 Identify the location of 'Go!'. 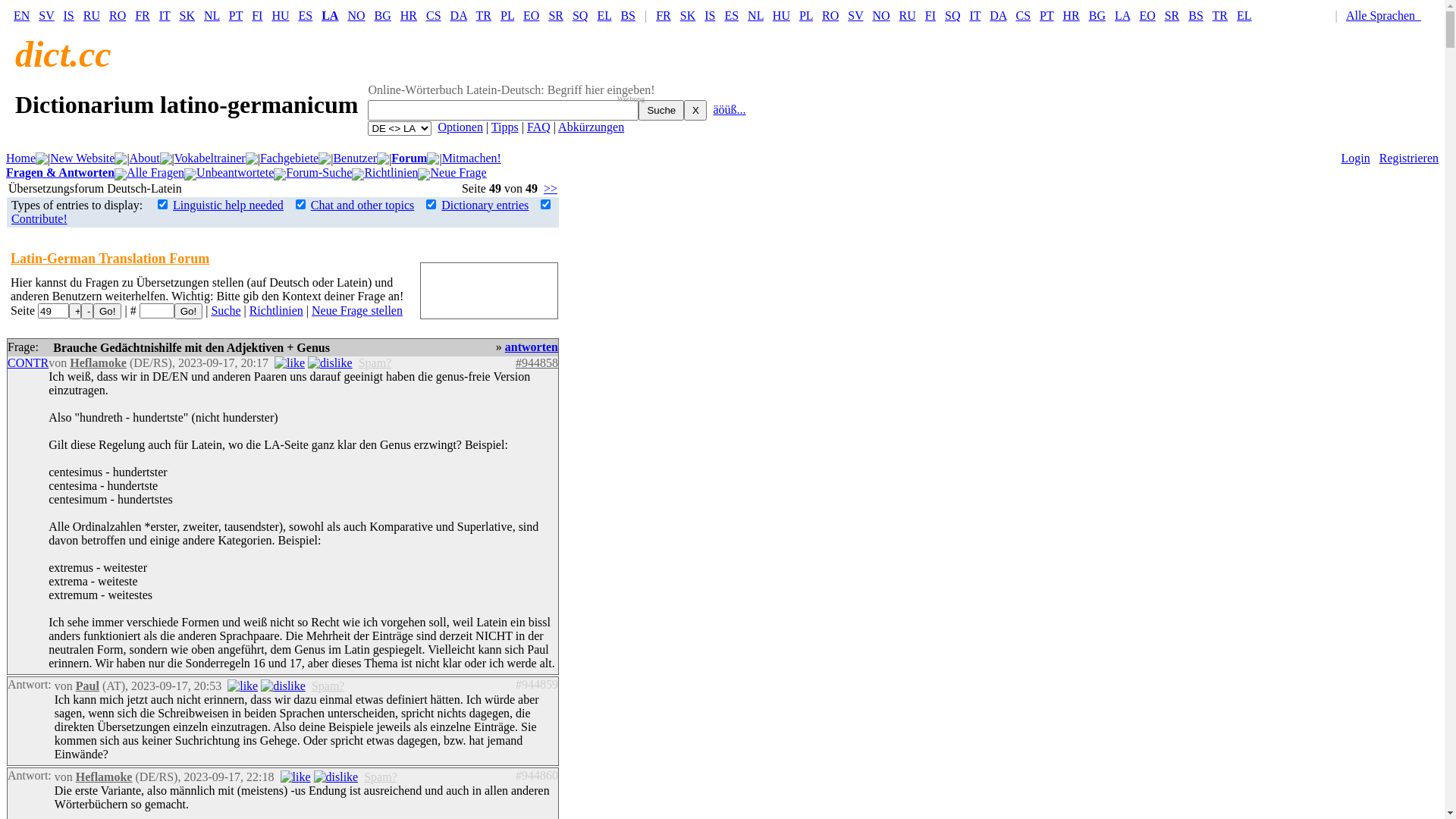
(187, 310).